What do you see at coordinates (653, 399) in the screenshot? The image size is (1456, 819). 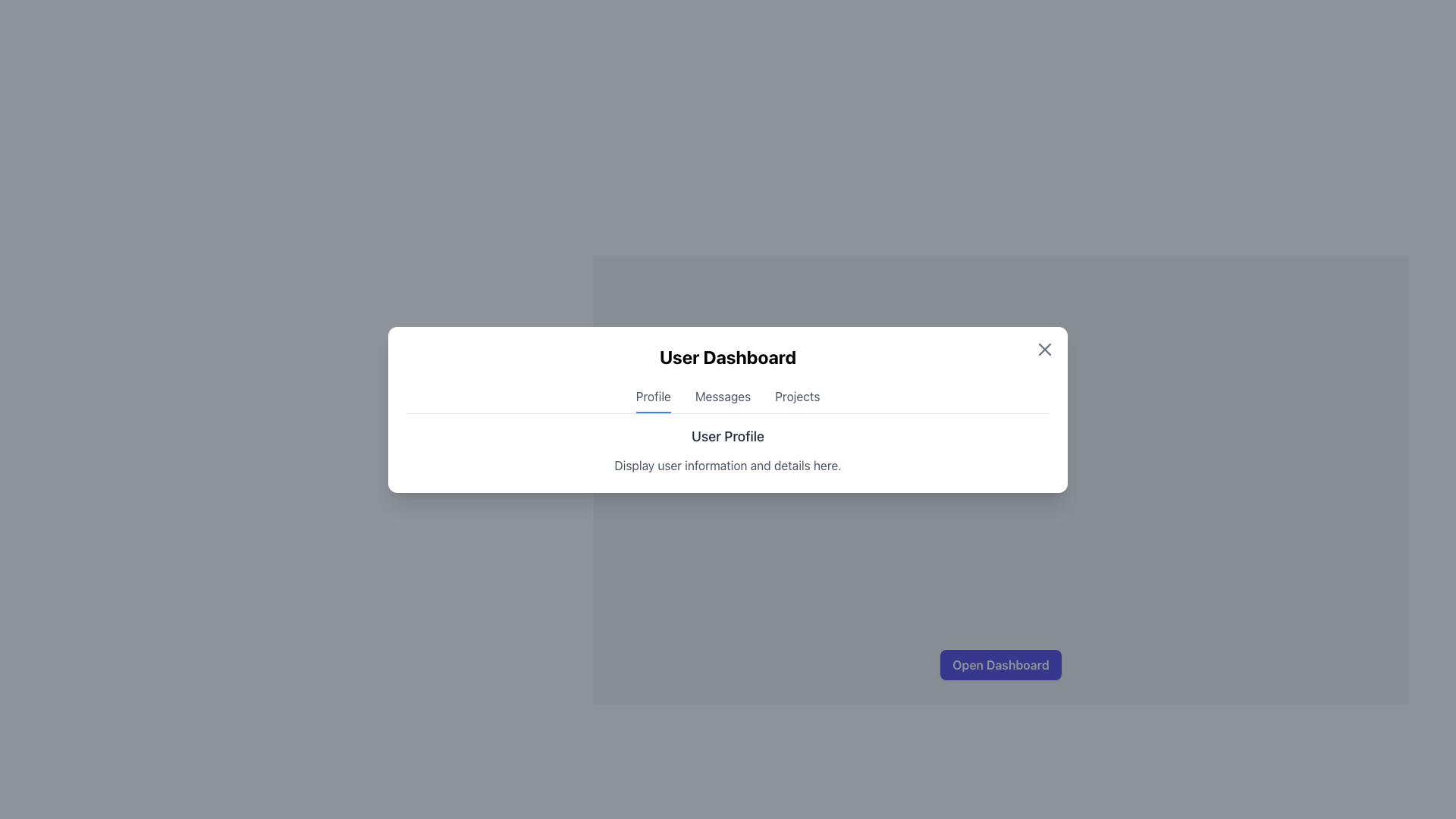 I see `the user profile navigation tab located in the first position of the tab bar within the 'User Dashboard' modal` at bounding box center [653, 399].